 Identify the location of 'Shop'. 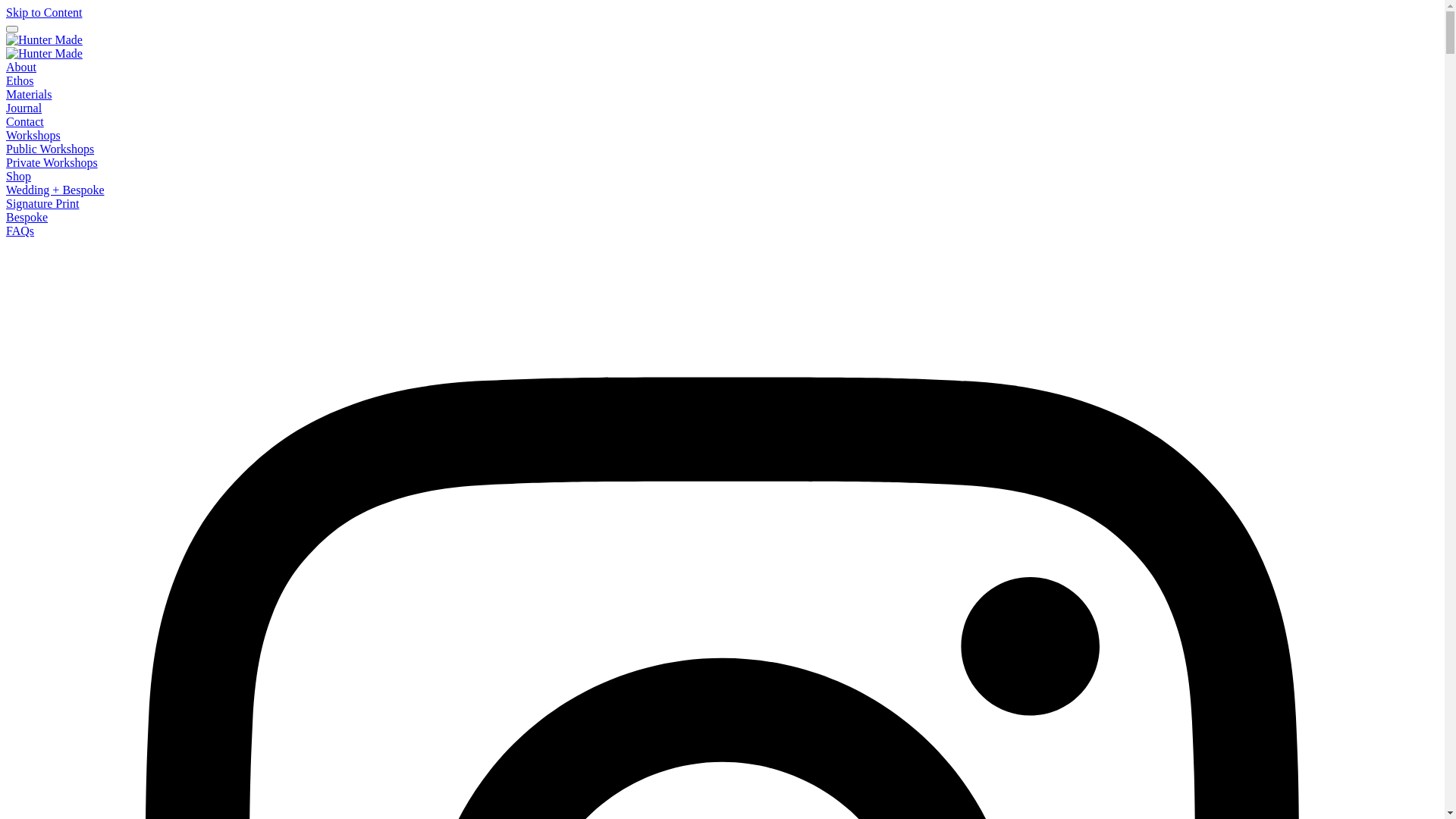
(6, 175).